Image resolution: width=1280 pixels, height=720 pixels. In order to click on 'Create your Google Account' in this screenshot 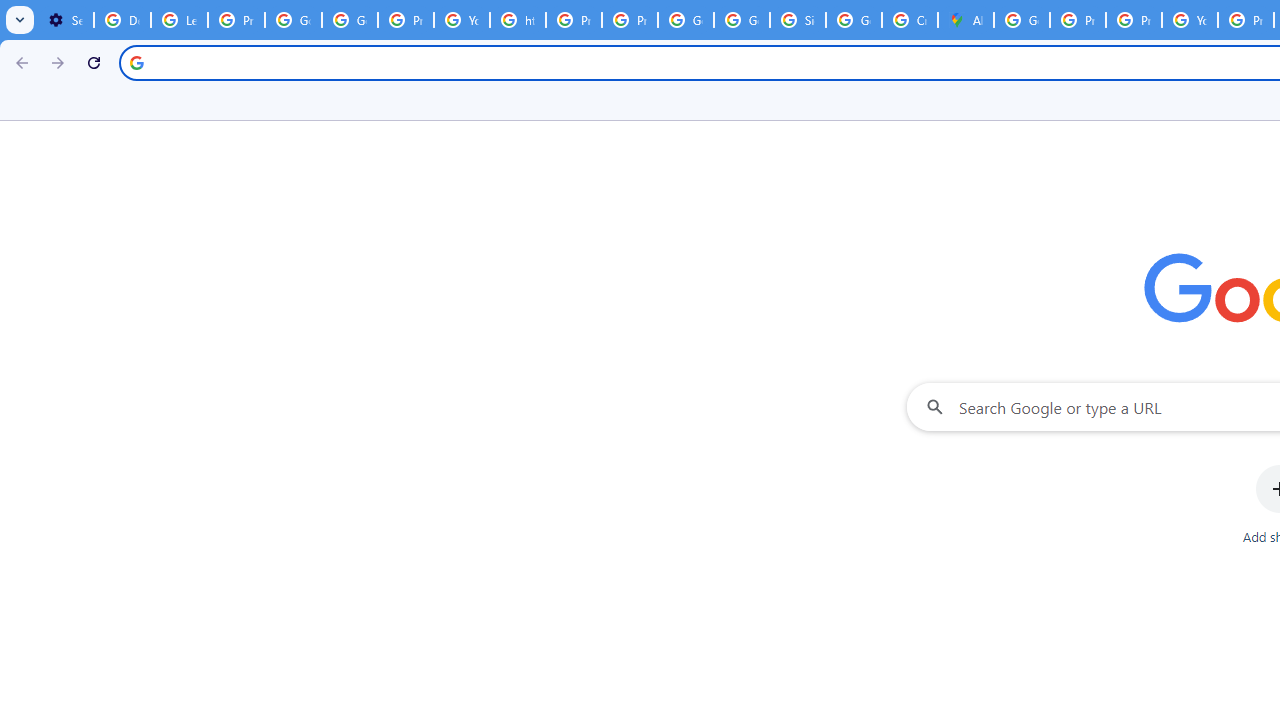, I will do `click(909, 20)`.